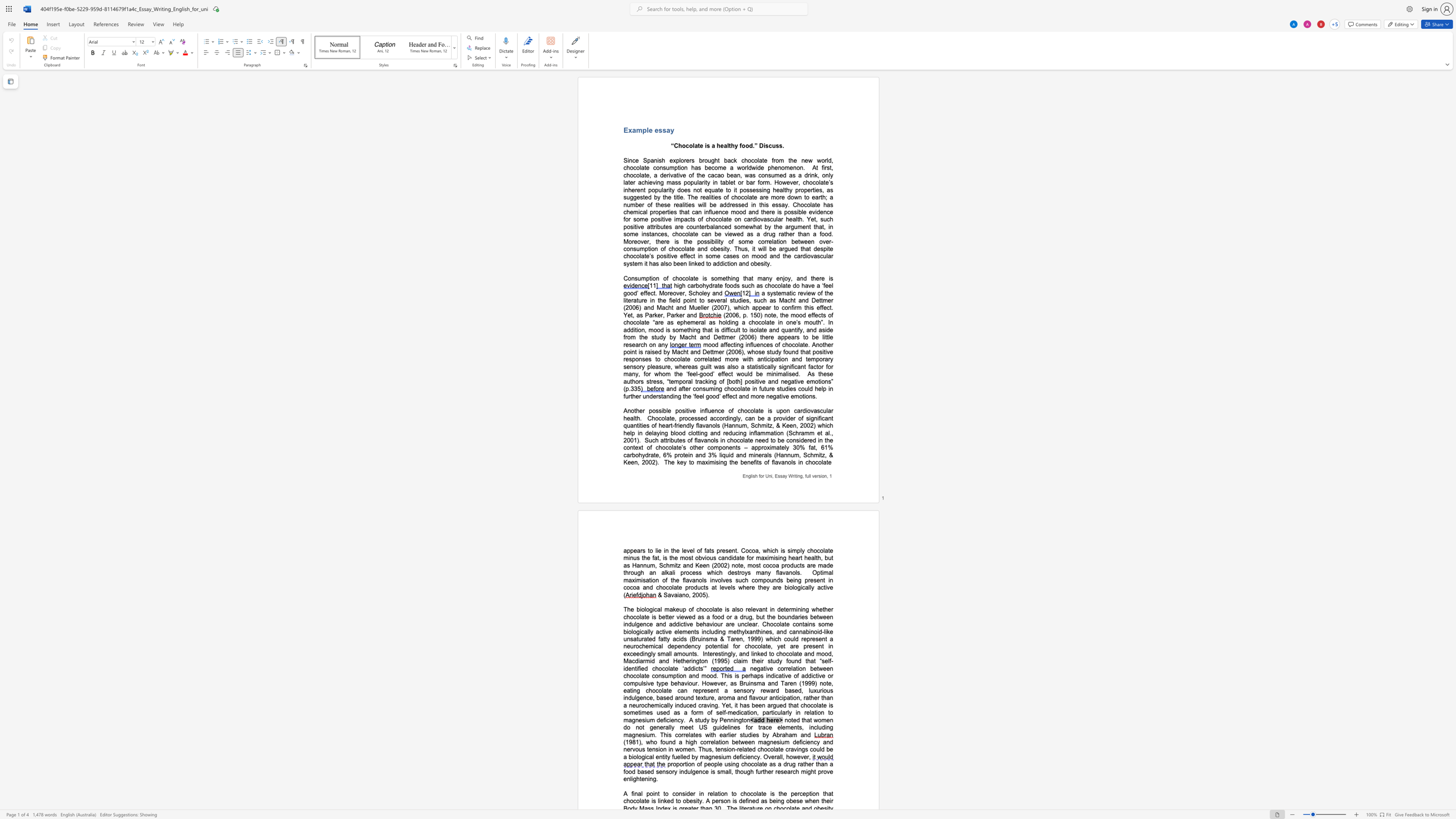 This screenshot has height=819, width=1456. Describe the element at coordinates (738, 249) in the screenshot. I see `the space between the continuous character "T" and "h" in the text` at that location.